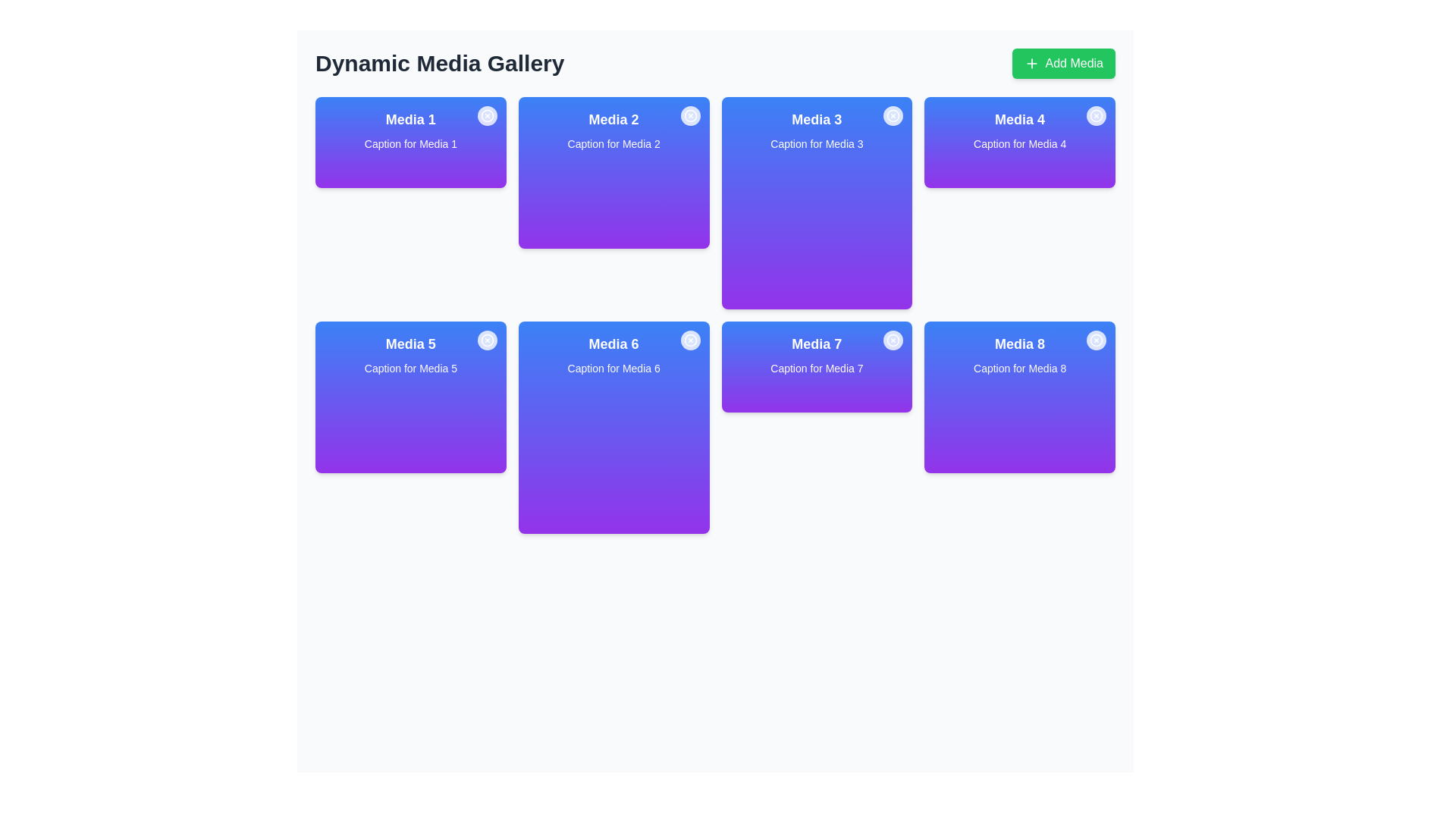  What do you see at coordinates (893, 341) in the screenshot?
I see `the small circular button with a red 'X' icon located at the top-right corner of the card labeled 'Media 7' for accessibility navigation` at bounding box center [893, 341].